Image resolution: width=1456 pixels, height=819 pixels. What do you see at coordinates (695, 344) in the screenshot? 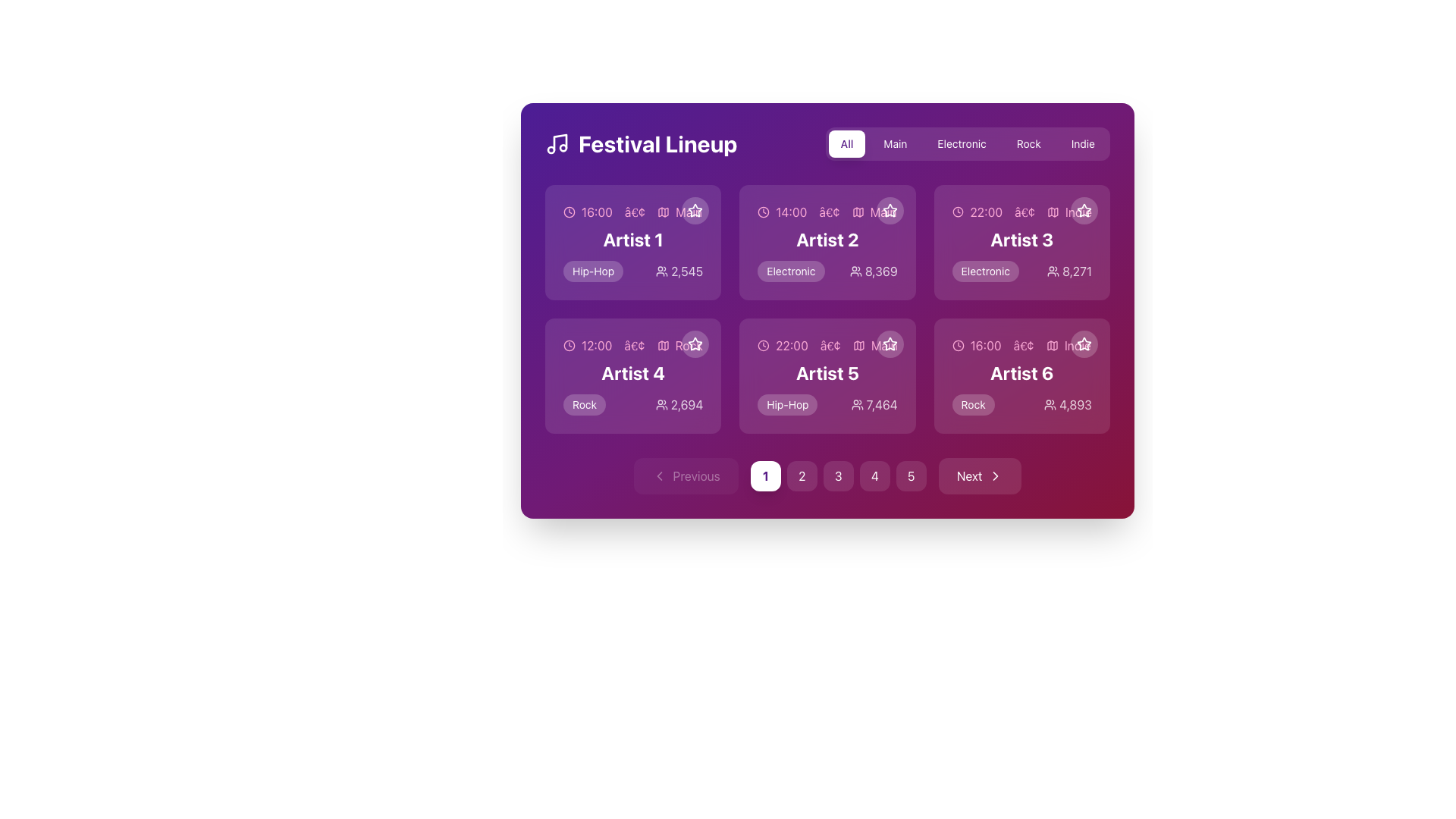
I see `the star icon located` at bounding box center [695, 344].